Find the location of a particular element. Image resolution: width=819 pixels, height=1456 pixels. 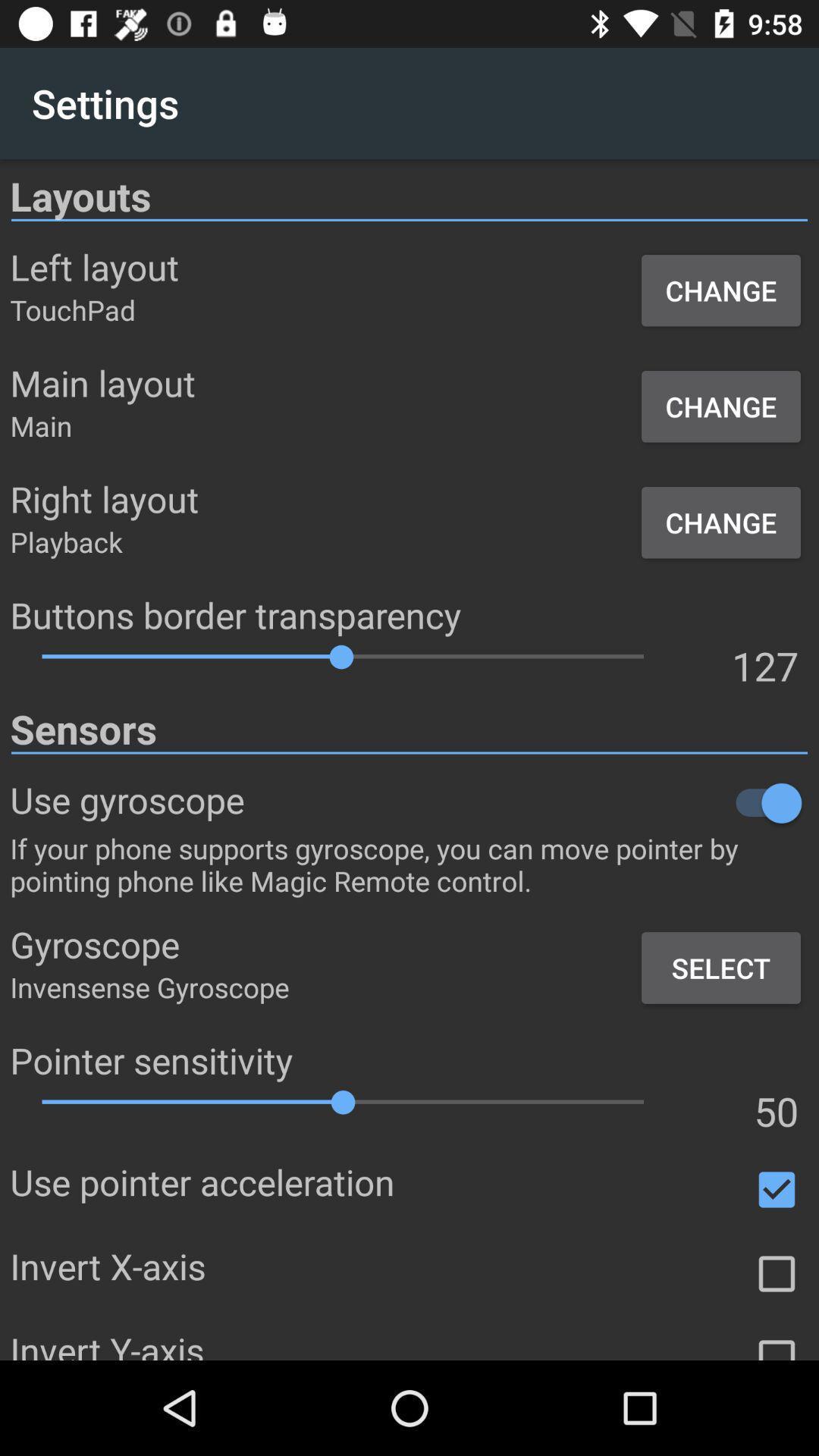

turn off gyroscope is located at coordinates (526, 802).